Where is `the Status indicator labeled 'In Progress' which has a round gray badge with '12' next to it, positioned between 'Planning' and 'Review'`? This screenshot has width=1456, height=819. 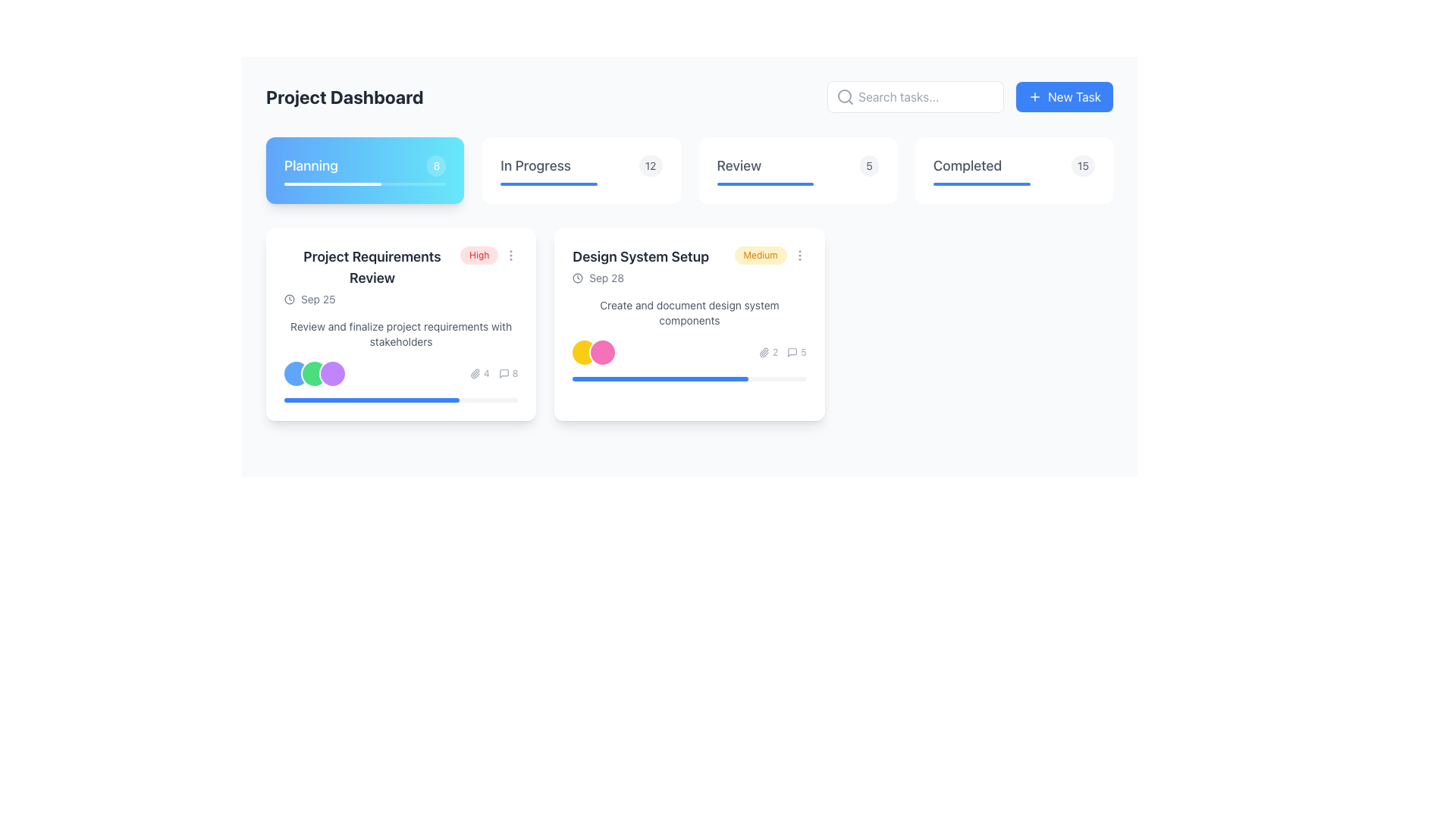 the Status indicator labeled 'In Progress' which has a round gray badge with '12' next to it, positioned between 'Planning' and 'Review' is located at coordinates (580, 166).